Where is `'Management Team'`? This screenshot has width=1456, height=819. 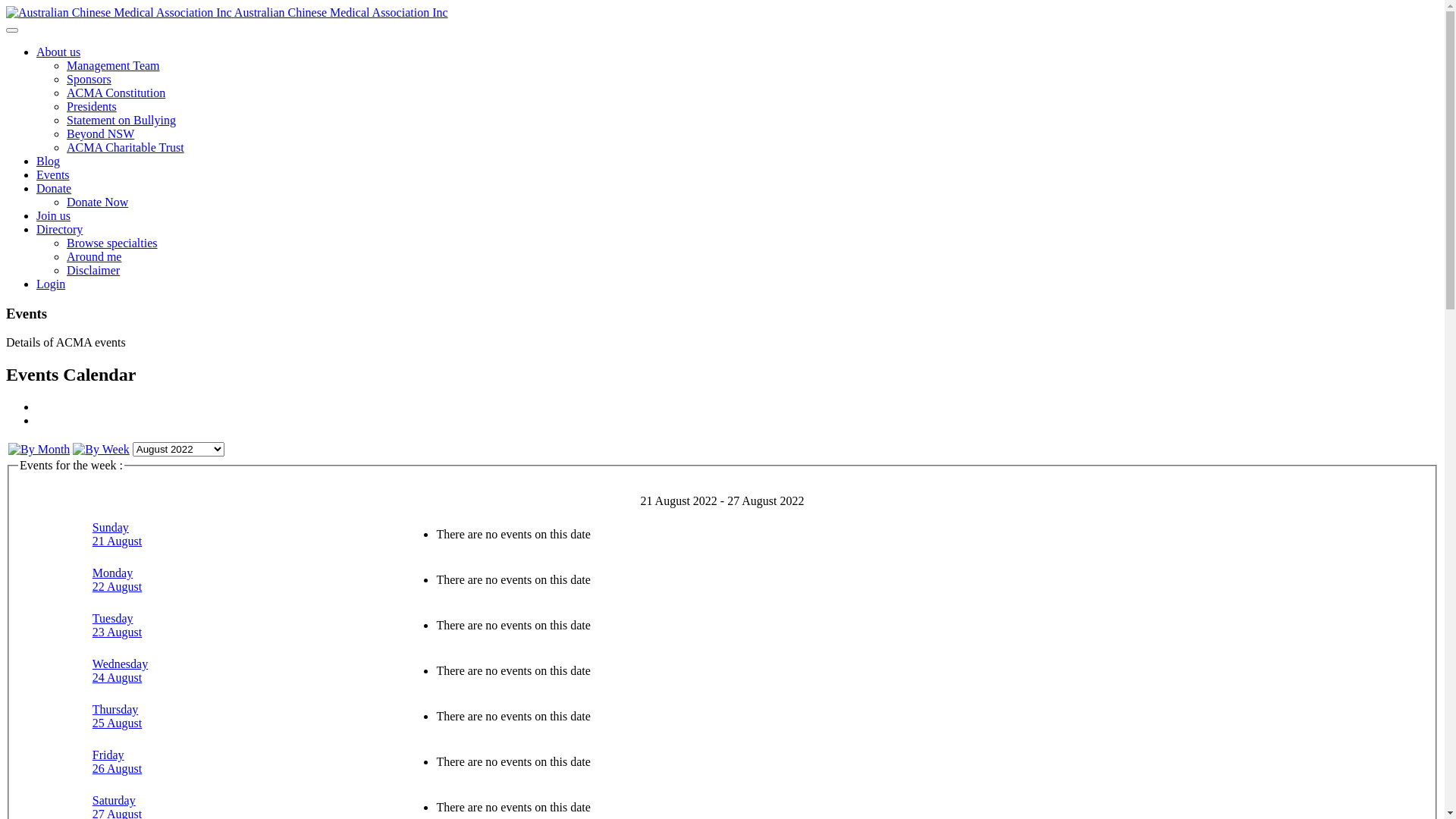
'Management Team' is located at coordinates (112, 64).